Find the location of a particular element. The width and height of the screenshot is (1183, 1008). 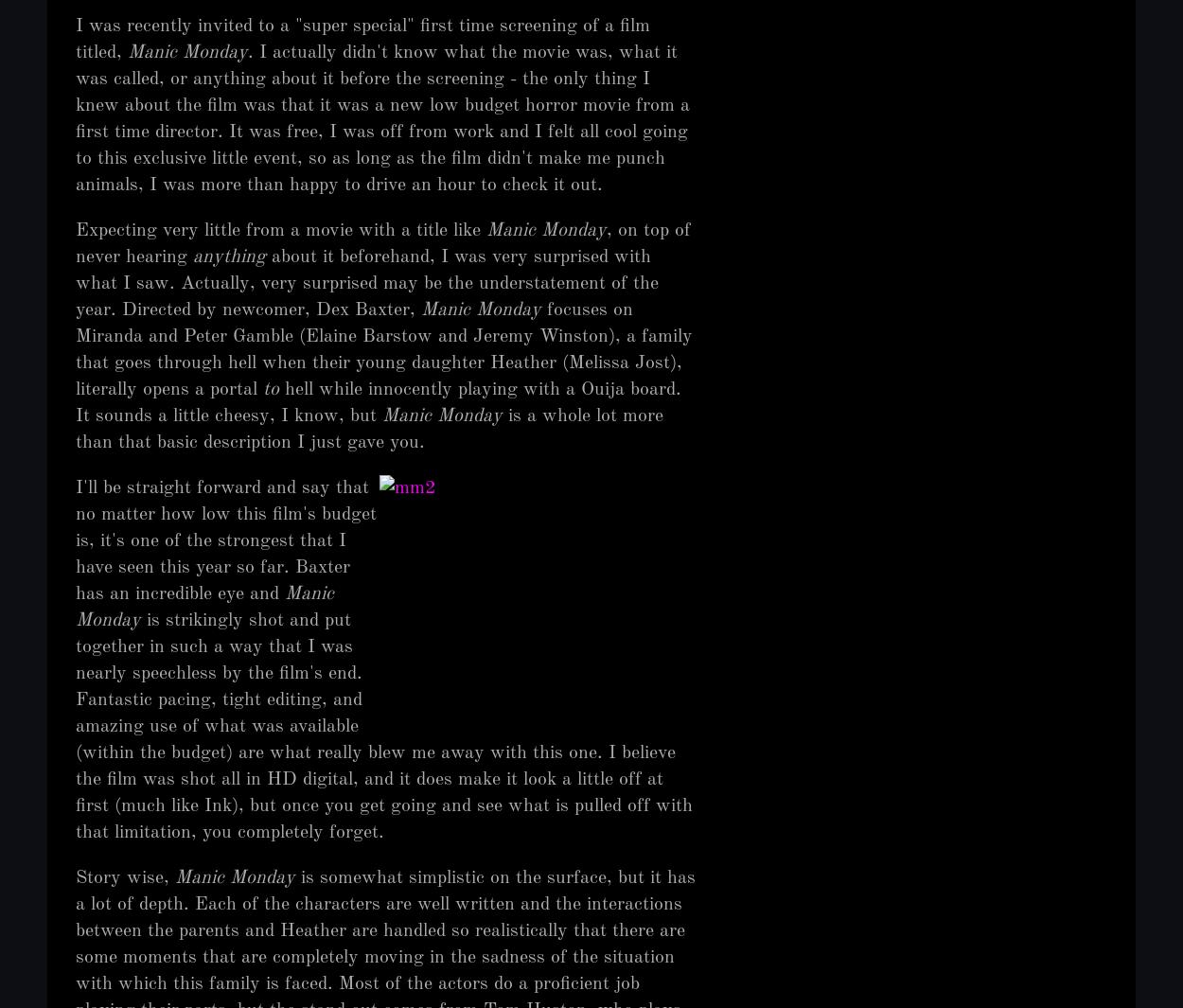

'about it beforehand, I was very surprised with what I saw. Actually, very surprised may be the understatement of the year. Directed by newcomer, Dex Baxter,' is located at coordinates (367, 283).